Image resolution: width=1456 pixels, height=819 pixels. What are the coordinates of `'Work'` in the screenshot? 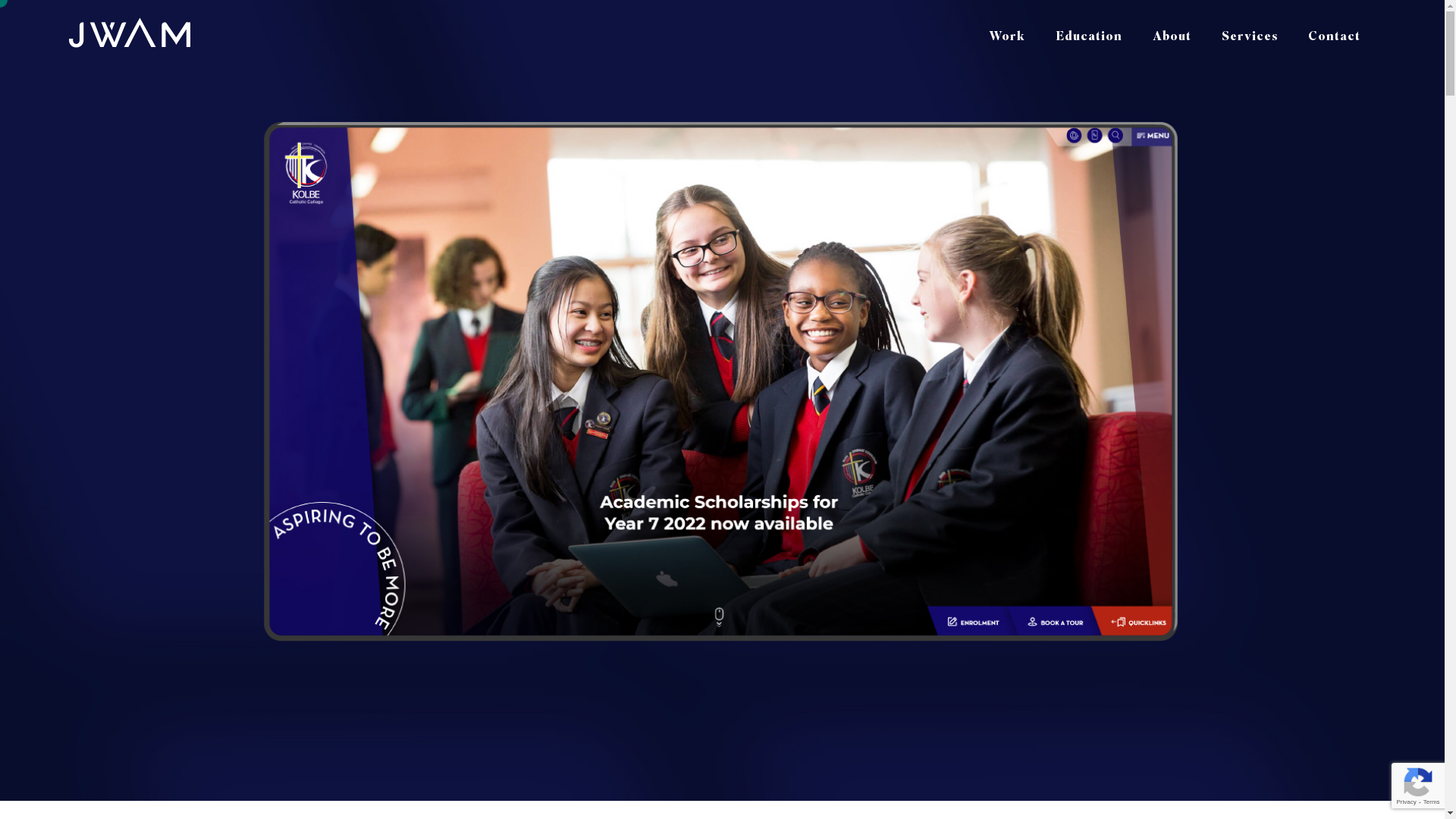 It's located at (1007, 32).